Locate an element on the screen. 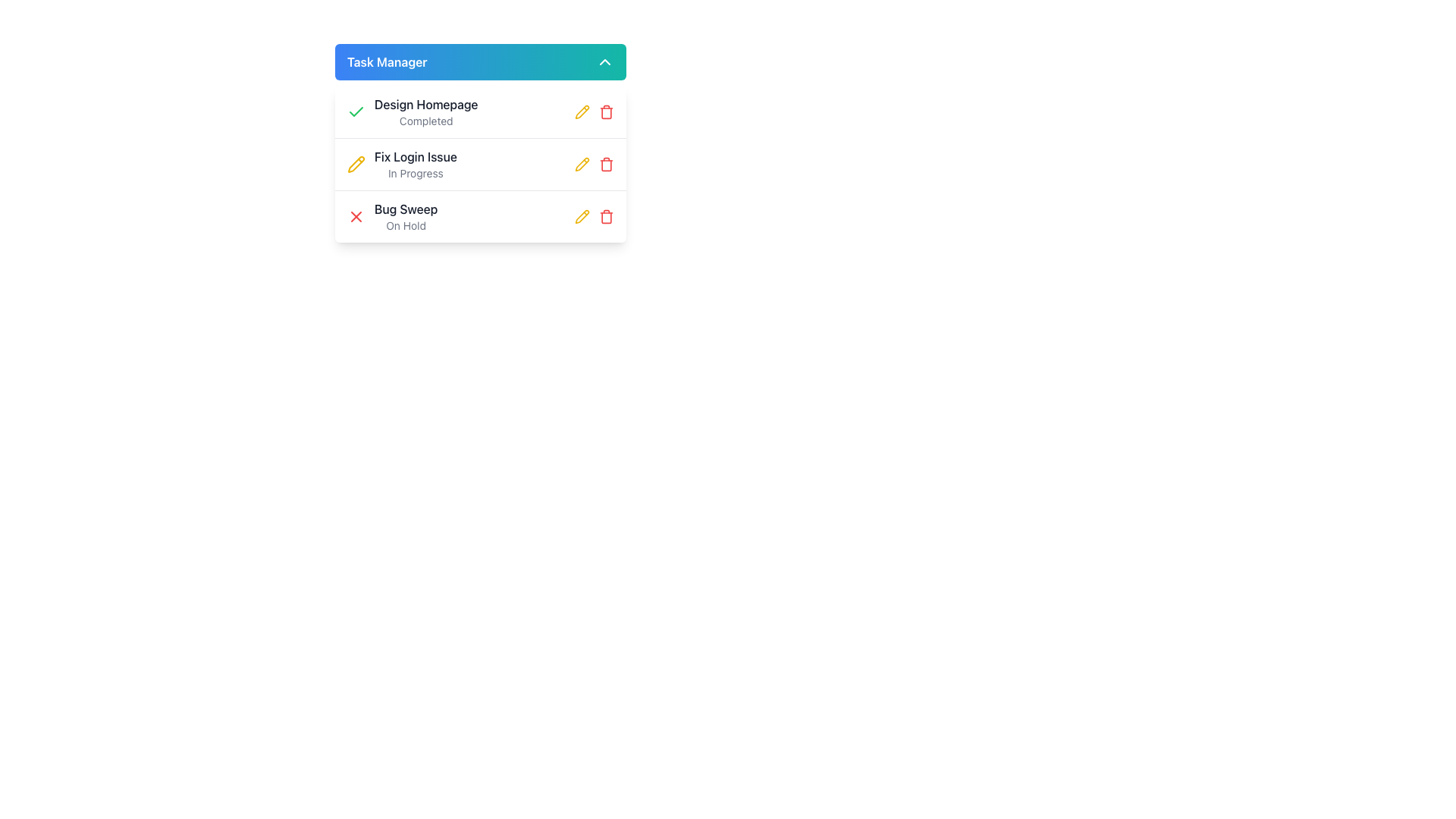 This screenshot has width=1456, height=819. the 'Bug Sweep' task title and status display element, which shows 'On Hold' and is located in the third list item of the task manager interface is located at coordinates (406, 216).